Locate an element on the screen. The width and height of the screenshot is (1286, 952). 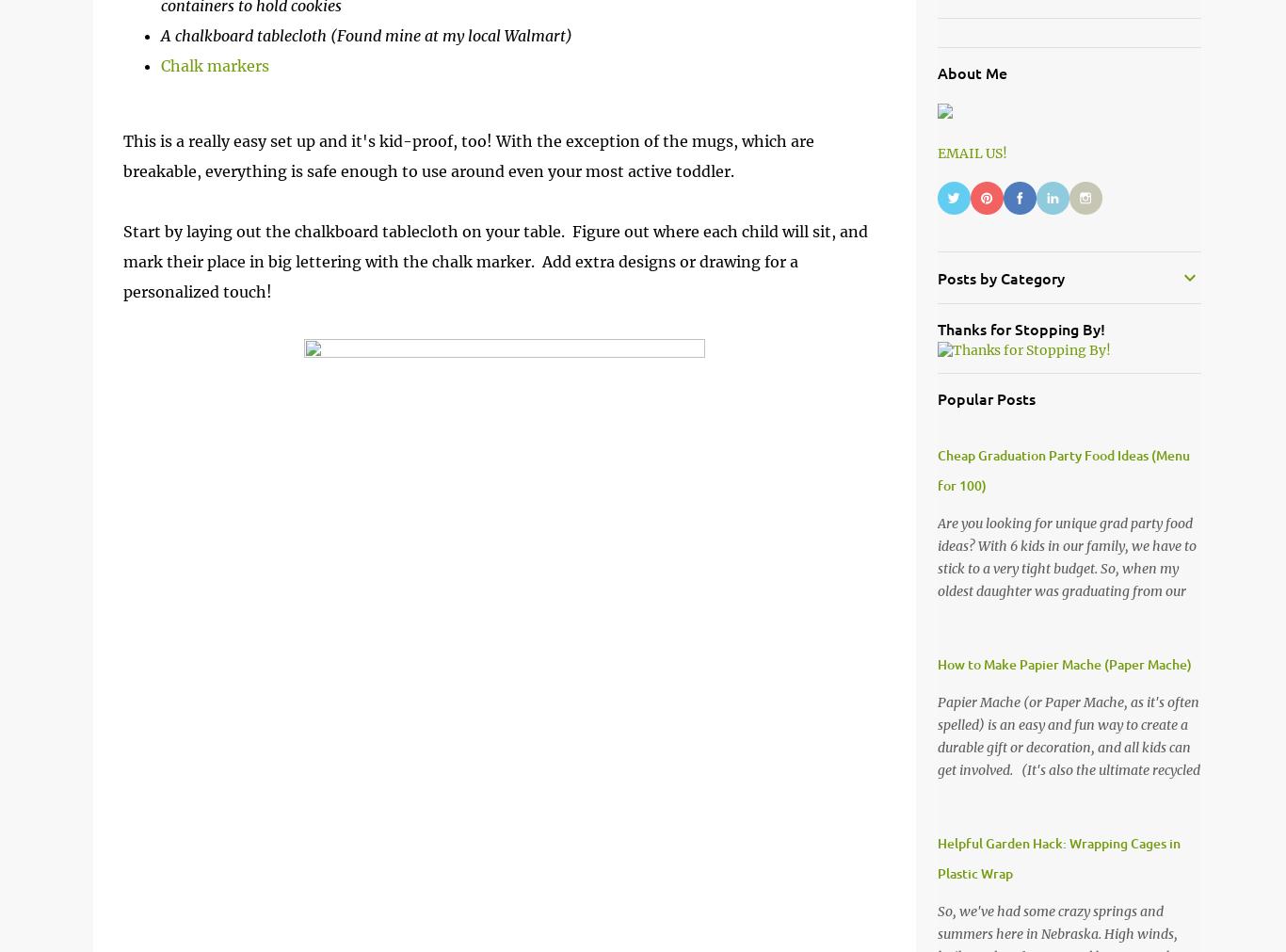
'This is a really easy set up and it's kid-proof, too! With the exception of the mugs, which are breakable, everything is safe enough to use around even your most active toddler.' is located at coordinates (467, 155).